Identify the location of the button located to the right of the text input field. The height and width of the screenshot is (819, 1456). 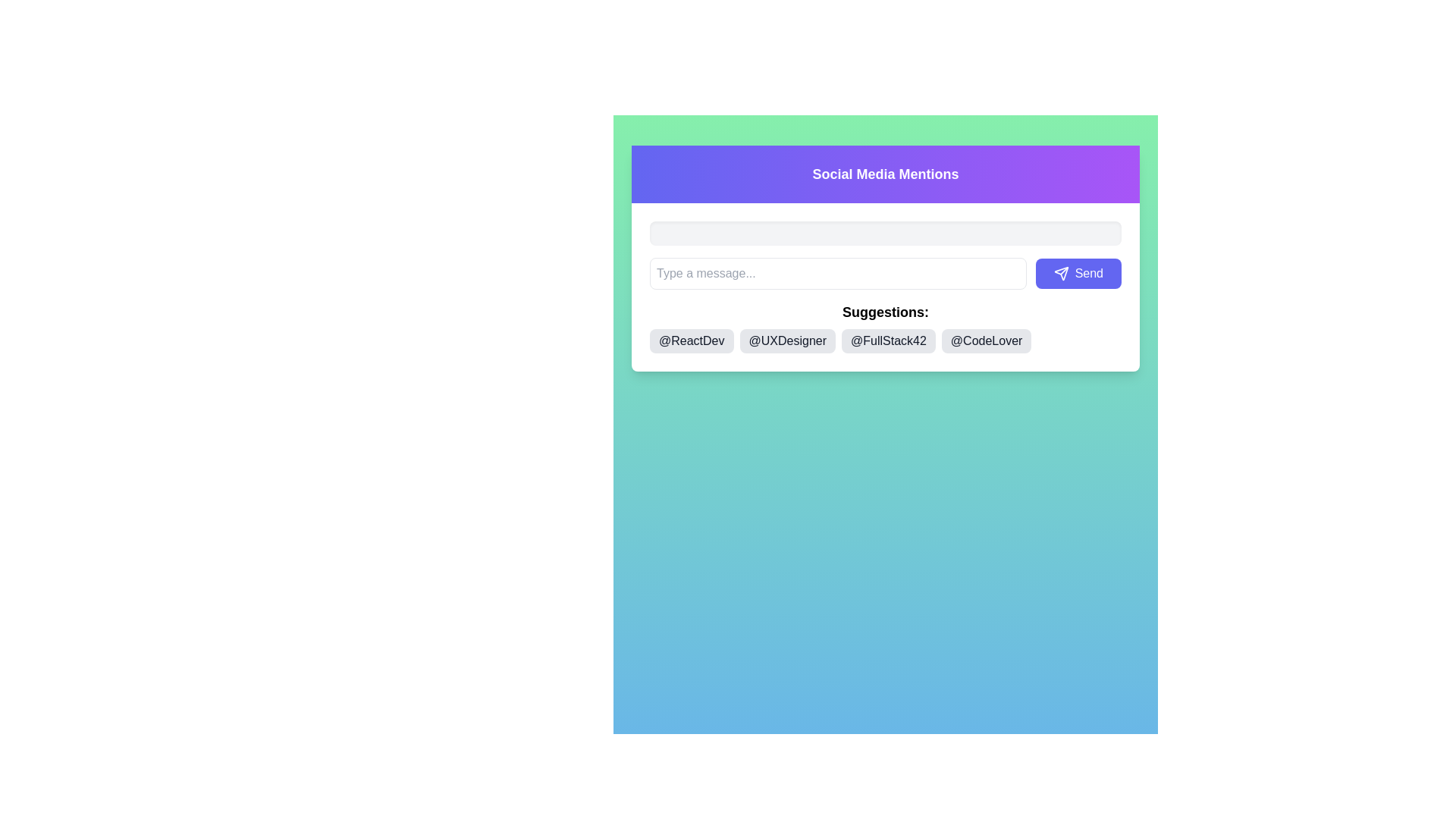
(1078, 274).